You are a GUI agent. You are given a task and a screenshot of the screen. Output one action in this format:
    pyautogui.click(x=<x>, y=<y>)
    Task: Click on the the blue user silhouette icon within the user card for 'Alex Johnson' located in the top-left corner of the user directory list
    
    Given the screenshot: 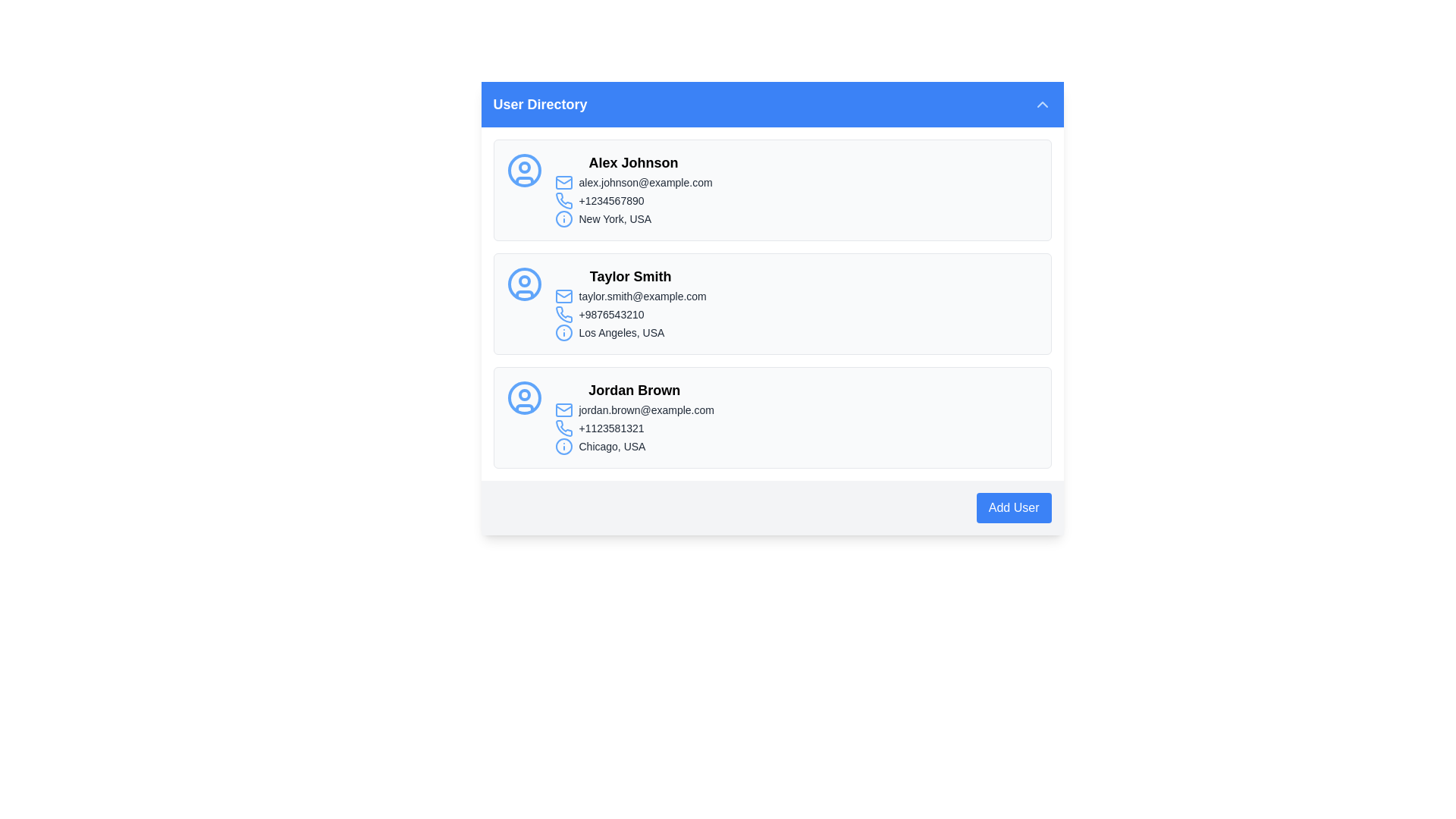 What is the action you would take?
    pyautogui.click(x=524, y=170)
    